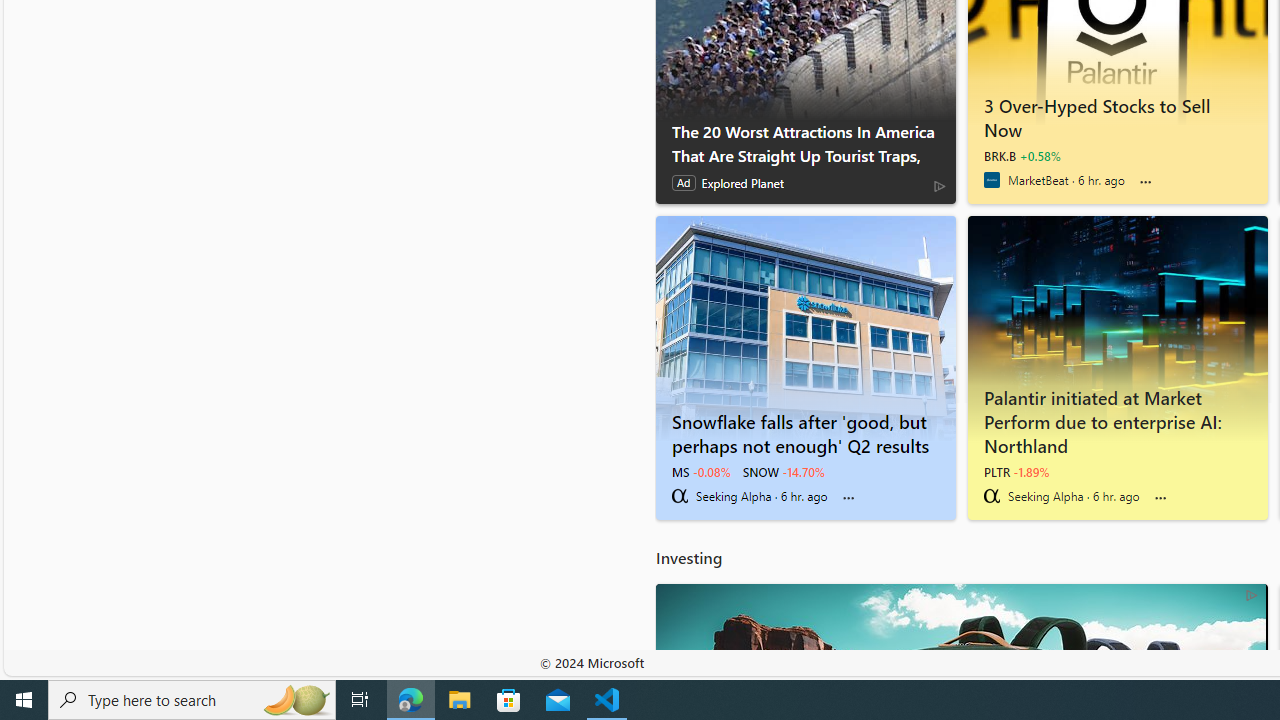 This screenshot has height=720, width=1280. I want to click on 'PLTR -1.89%', so click(1016, 471).